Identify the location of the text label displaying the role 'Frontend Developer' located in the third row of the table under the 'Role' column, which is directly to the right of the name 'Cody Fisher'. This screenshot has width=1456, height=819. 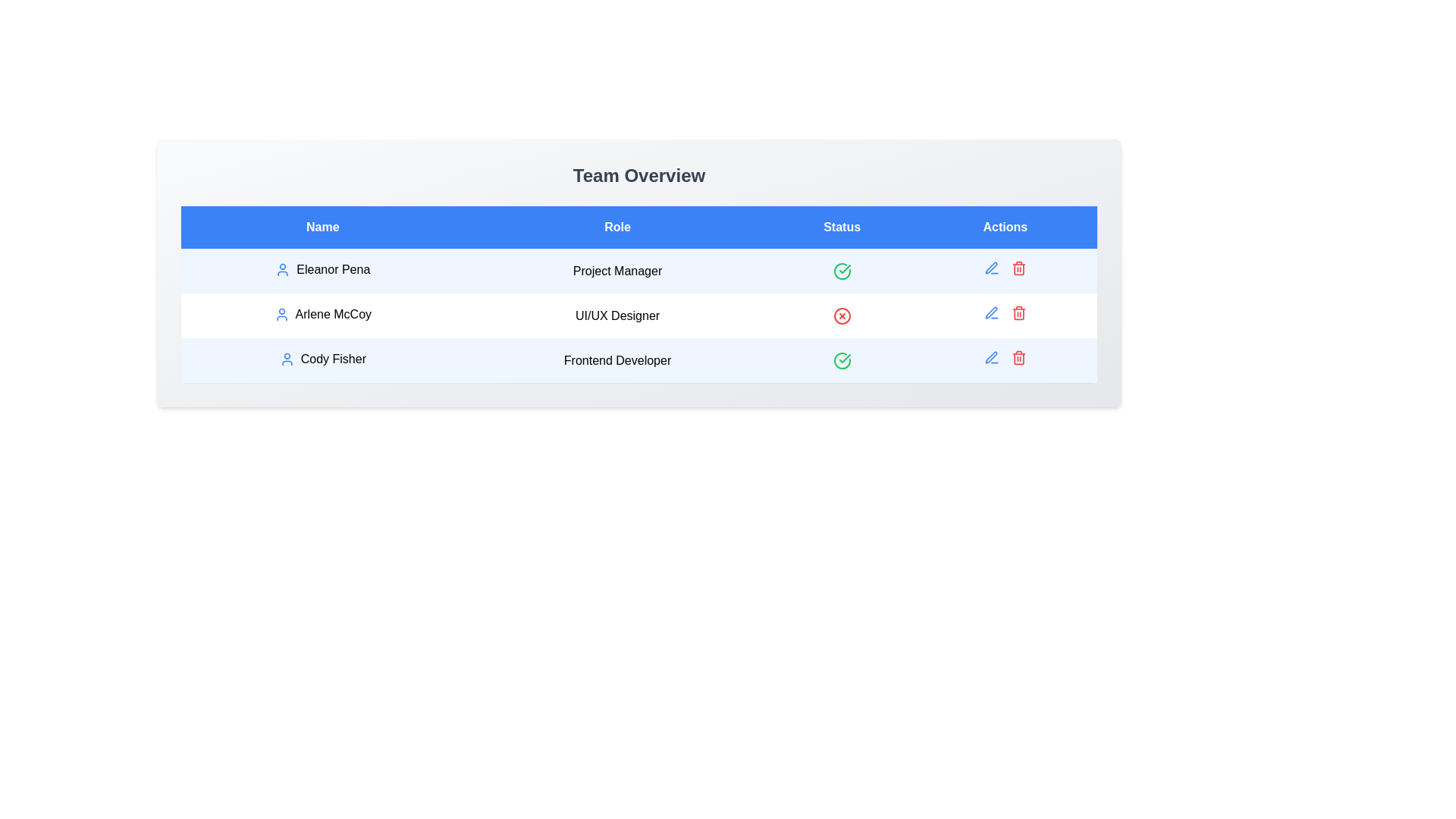
(617, 360).